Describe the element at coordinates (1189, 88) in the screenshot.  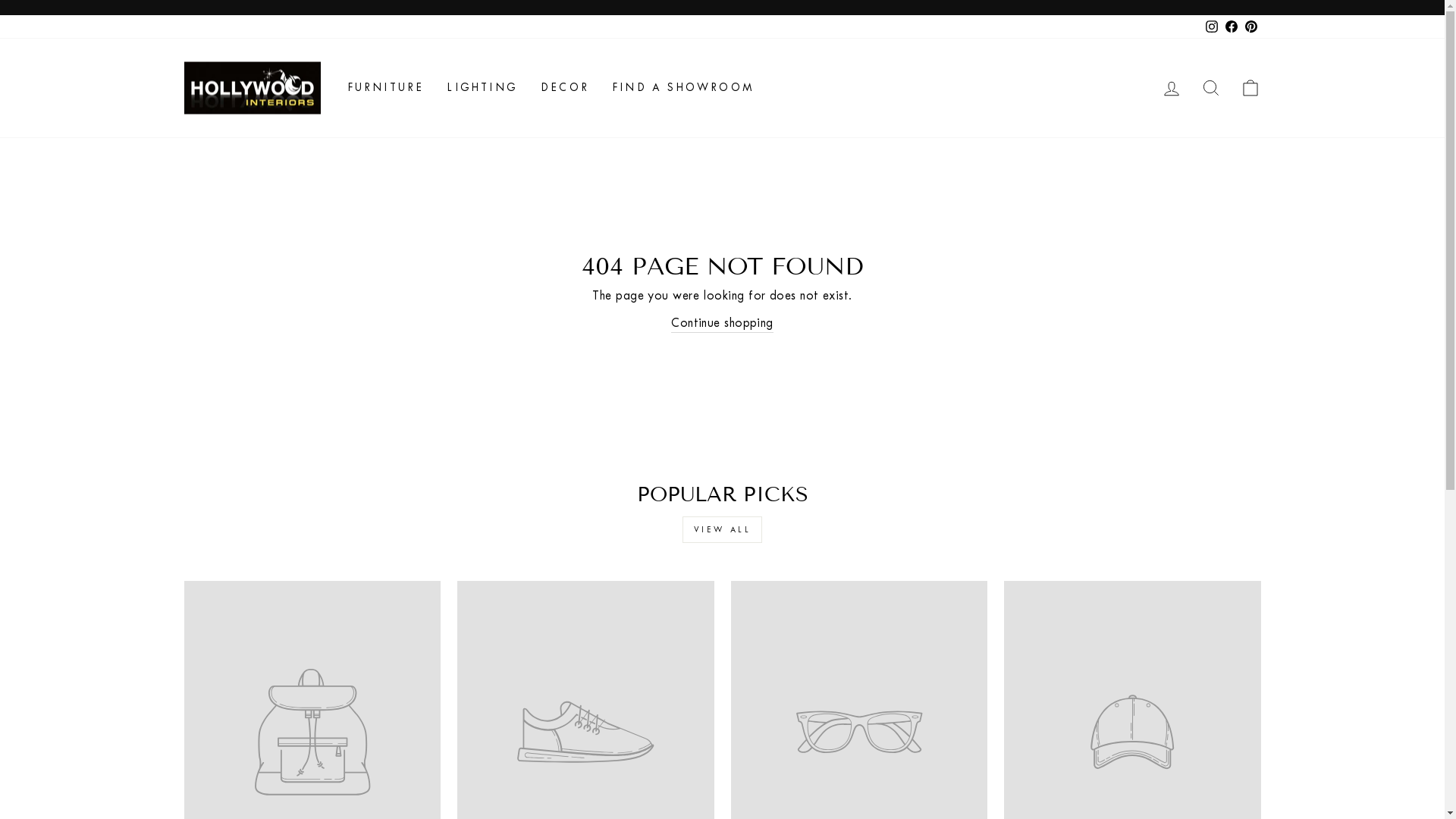
I see `'SEARCH'` at that location.